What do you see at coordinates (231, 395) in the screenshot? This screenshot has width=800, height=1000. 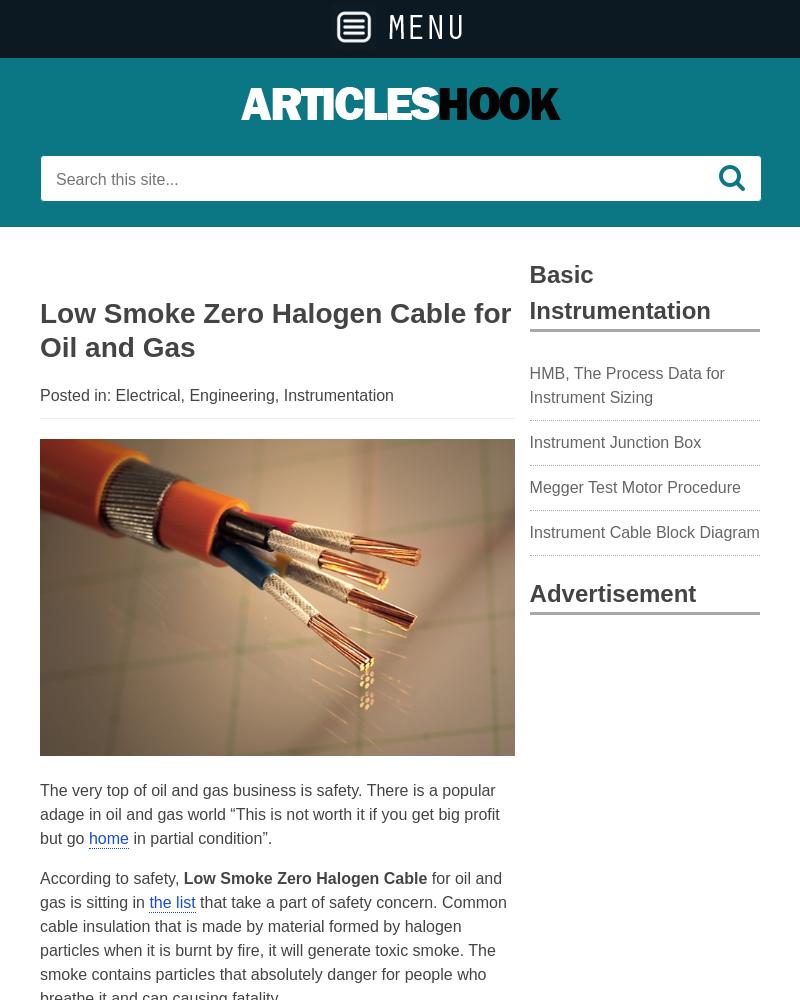 I see `'Engineering'` at bounding box center [231, 395].